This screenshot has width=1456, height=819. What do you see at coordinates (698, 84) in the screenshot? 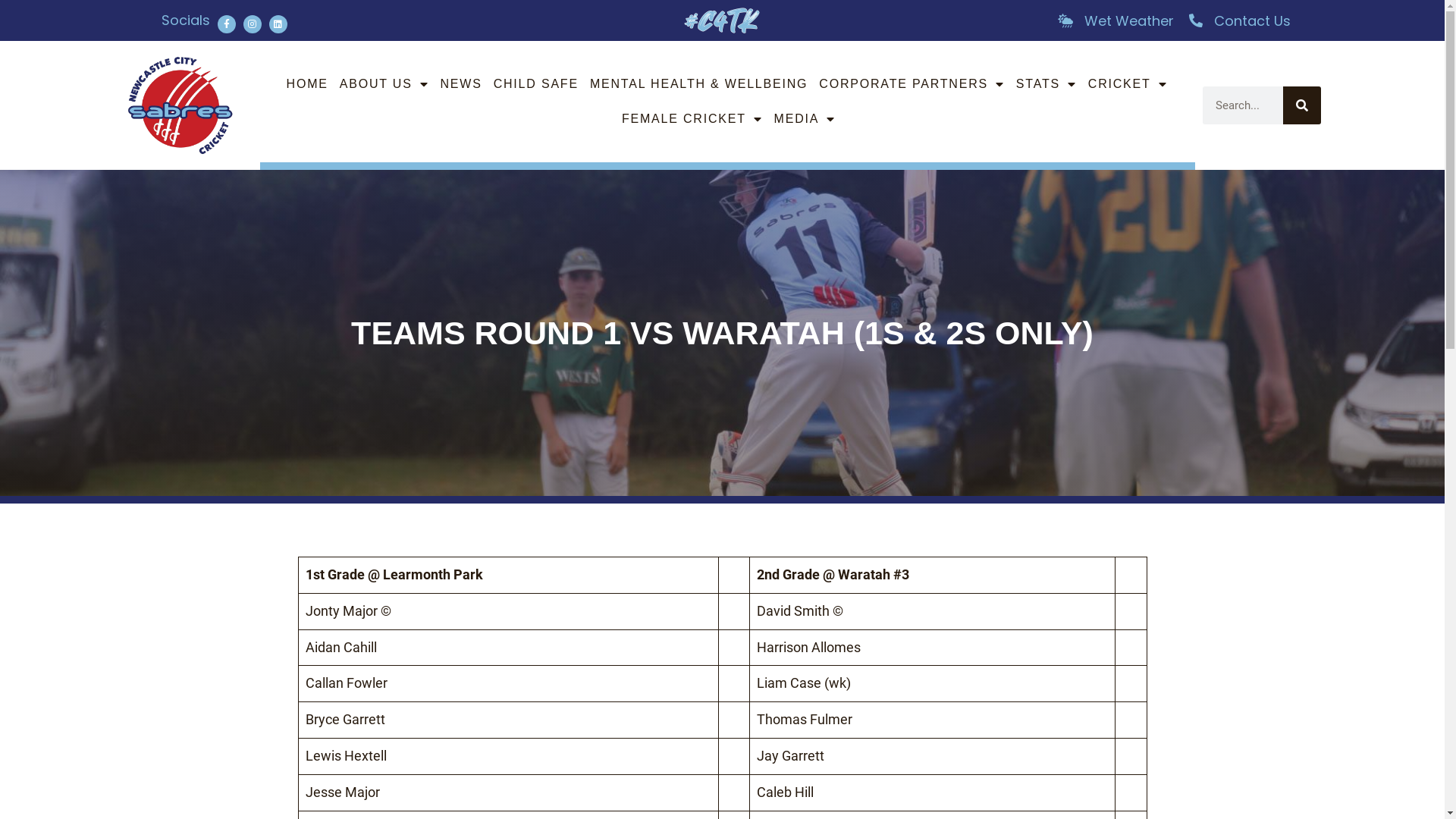
I see `'MENTAL HEALTH & WELLBEING'` at bounding box center [698, 84].